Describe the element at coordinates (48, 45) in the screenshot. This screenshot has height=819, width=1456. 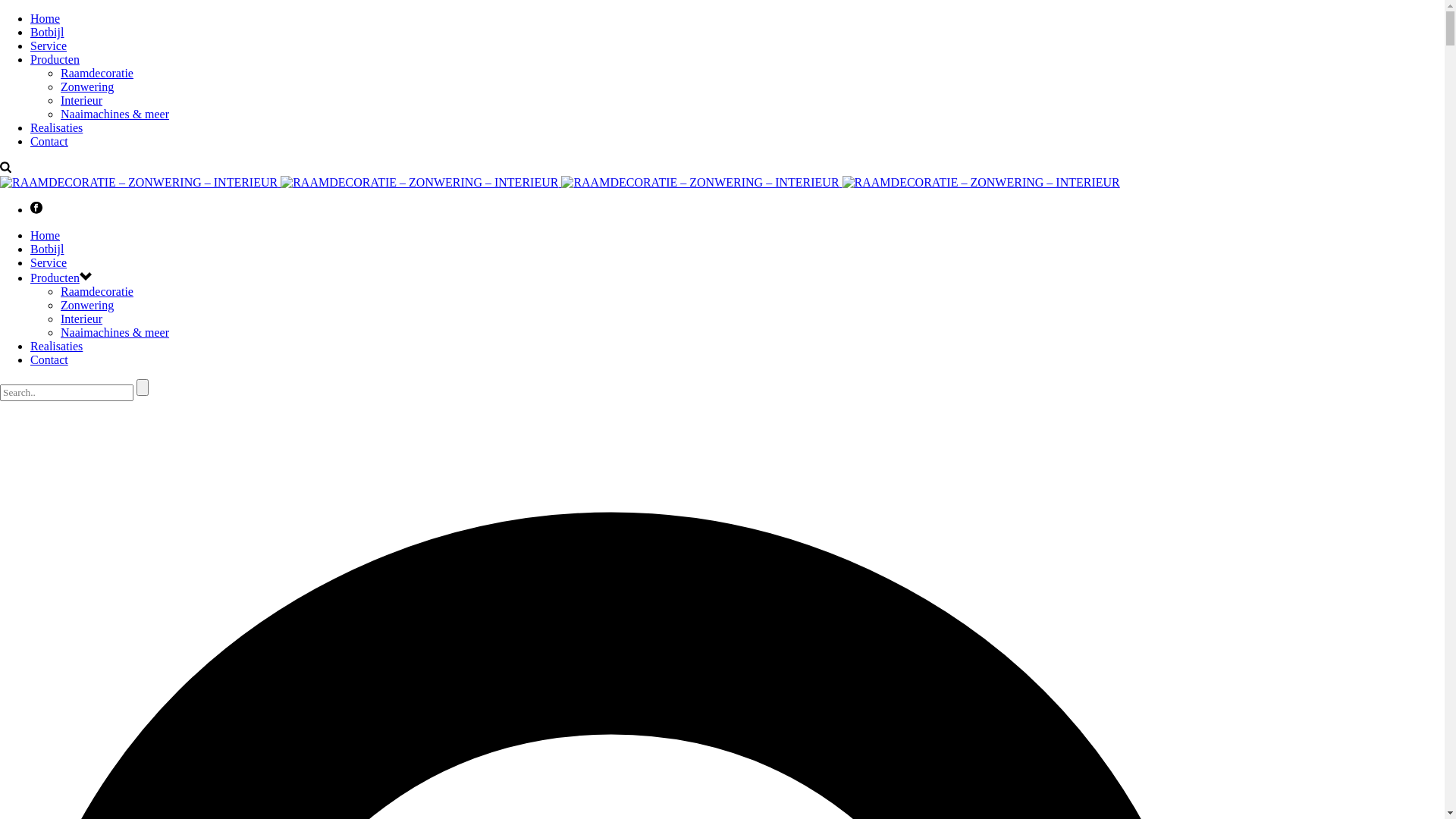
I see `'Service'` at that location.